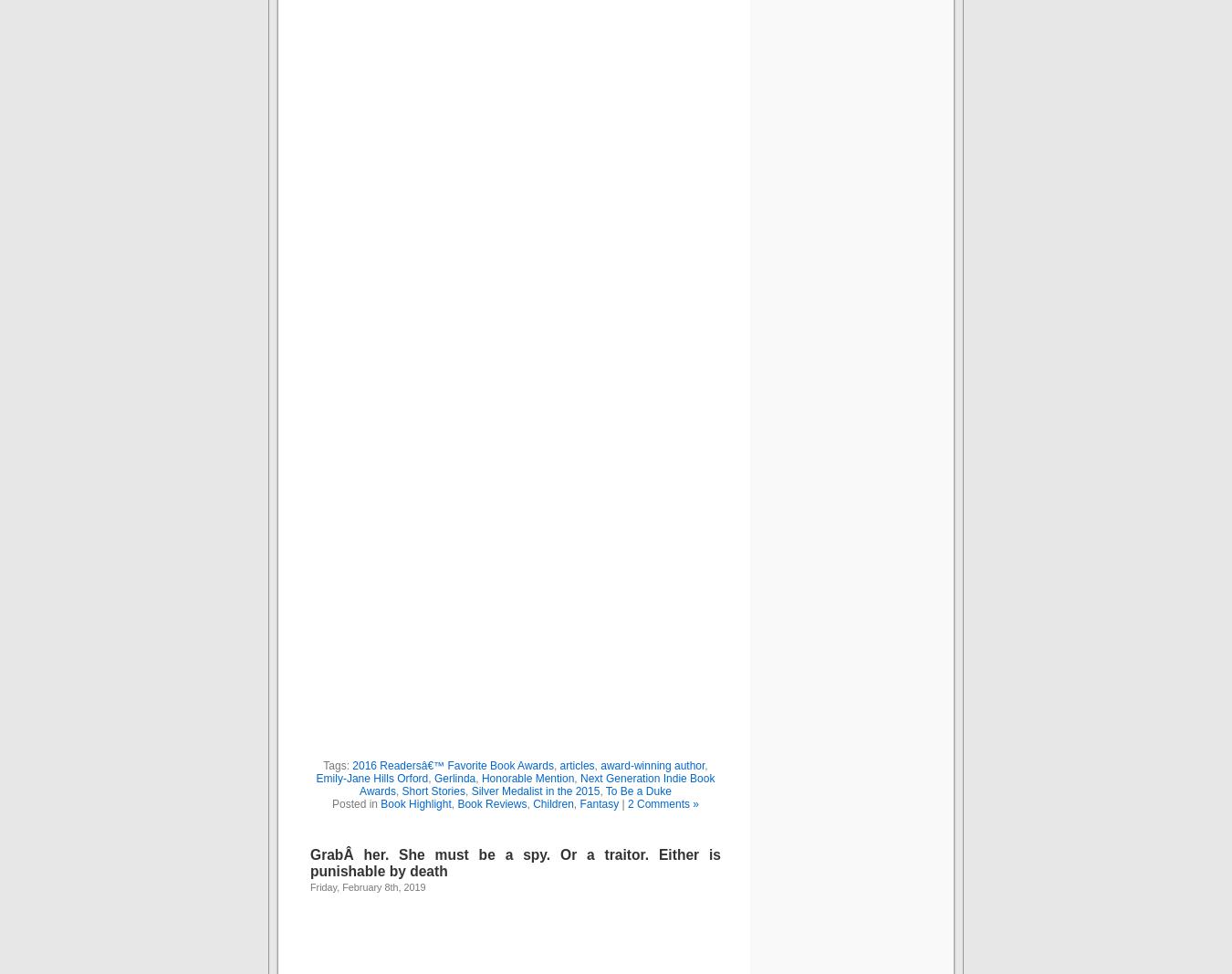 The image size is (1232, 974). Describe the element at coordinates (338, 764) in the screenshot. I see `'Tags:'` at that location.